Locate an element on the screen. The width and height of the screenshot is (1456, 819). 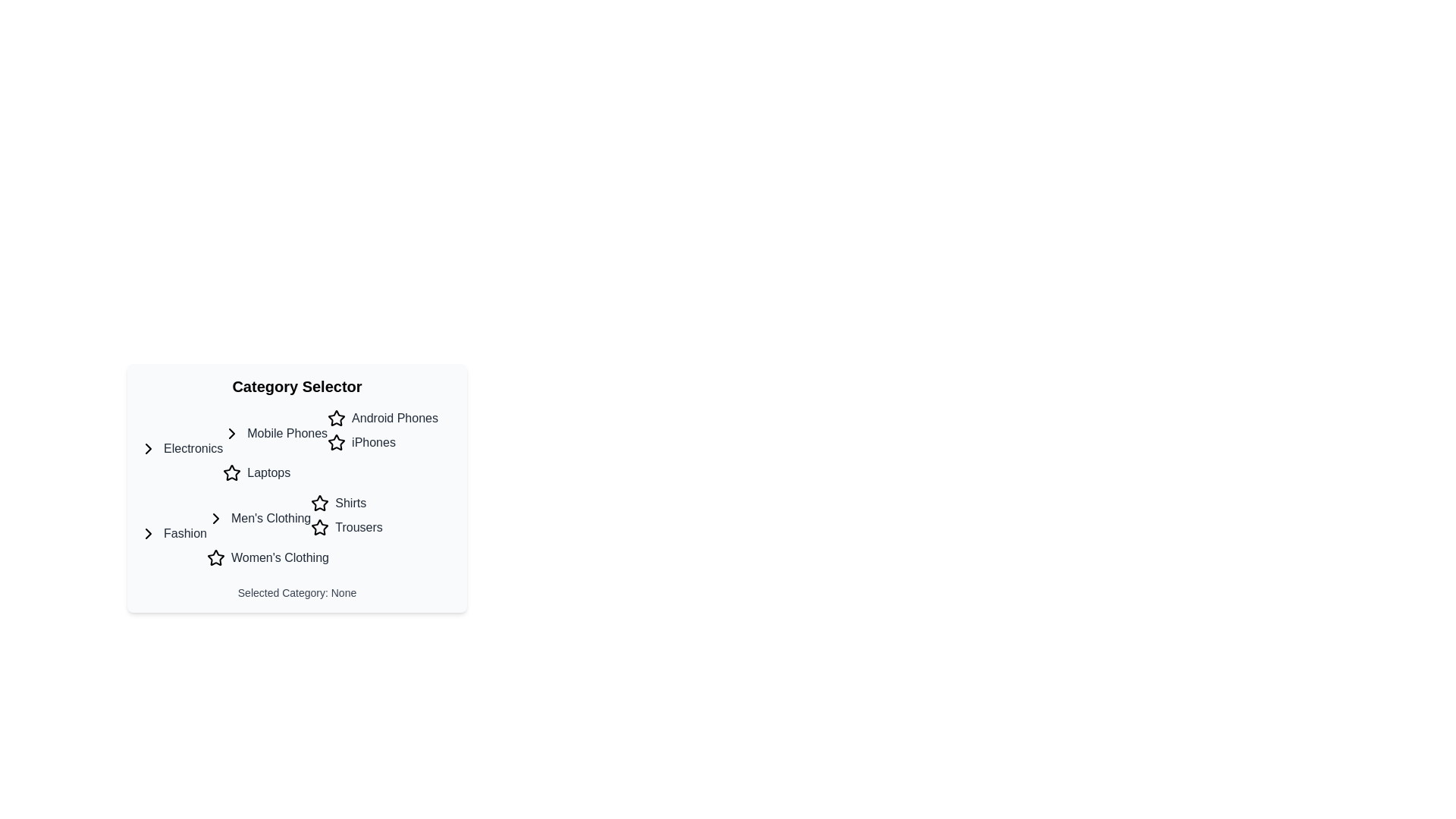
the star icon located adjacent to the text 'Shirts' in the 'Men's Clothing' section is located at coordinates (319, 503).